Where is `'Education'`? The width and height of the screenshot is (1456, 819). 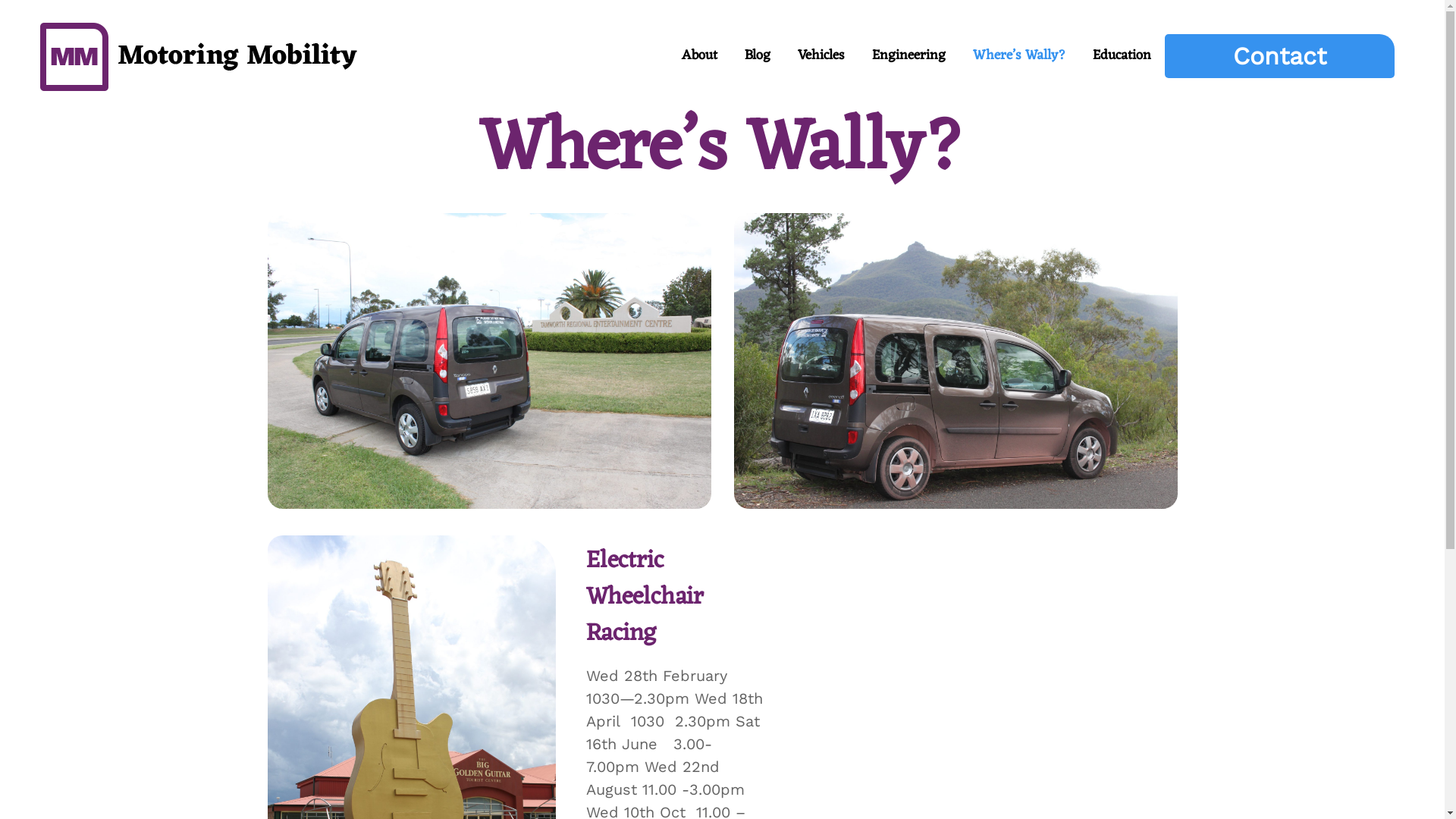 'Education' is located at coordinates (1121, 55).